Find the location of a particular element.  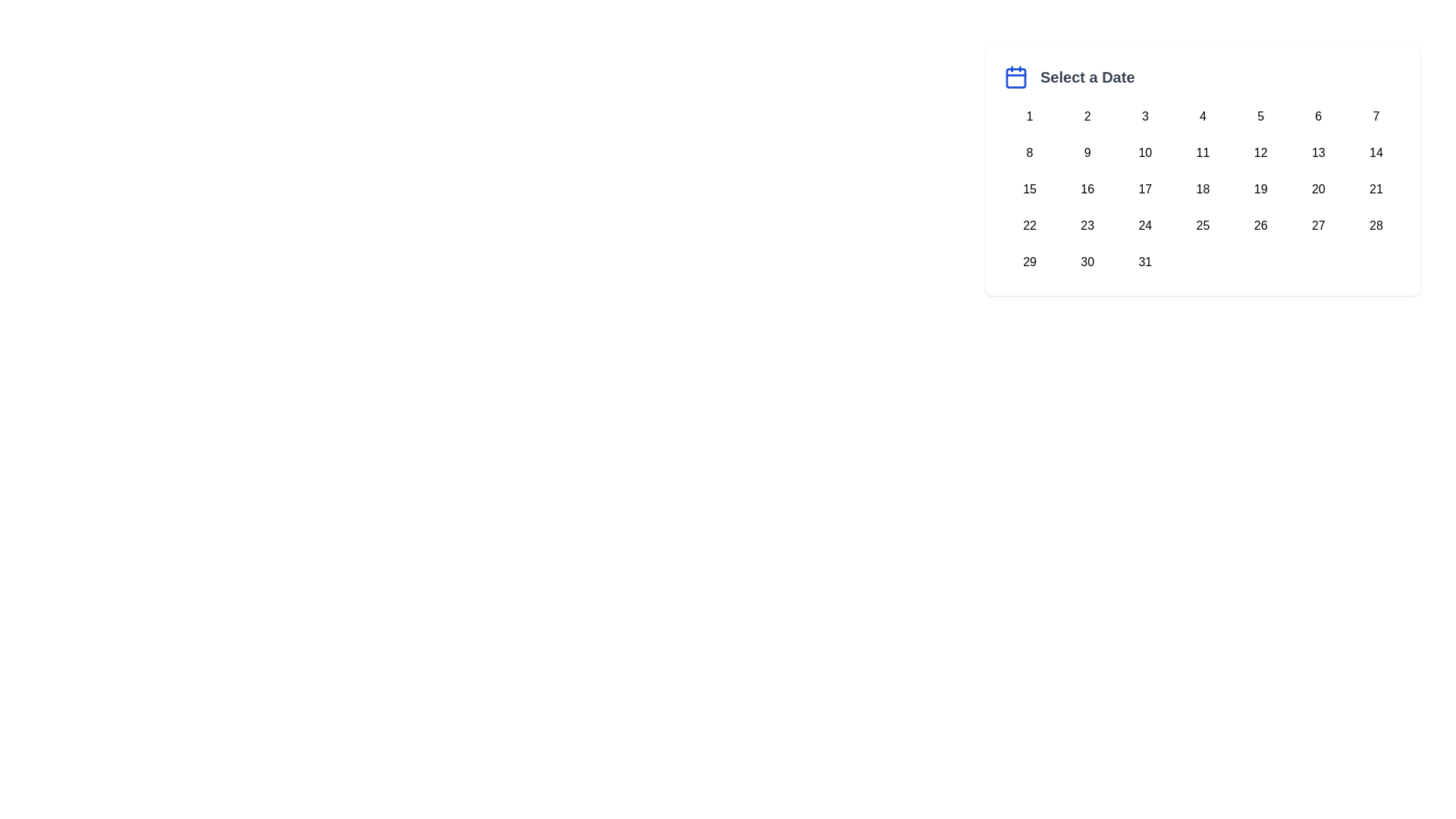

the button representing the selectable date in the calendar UI is located at coordinates (1030, 262).